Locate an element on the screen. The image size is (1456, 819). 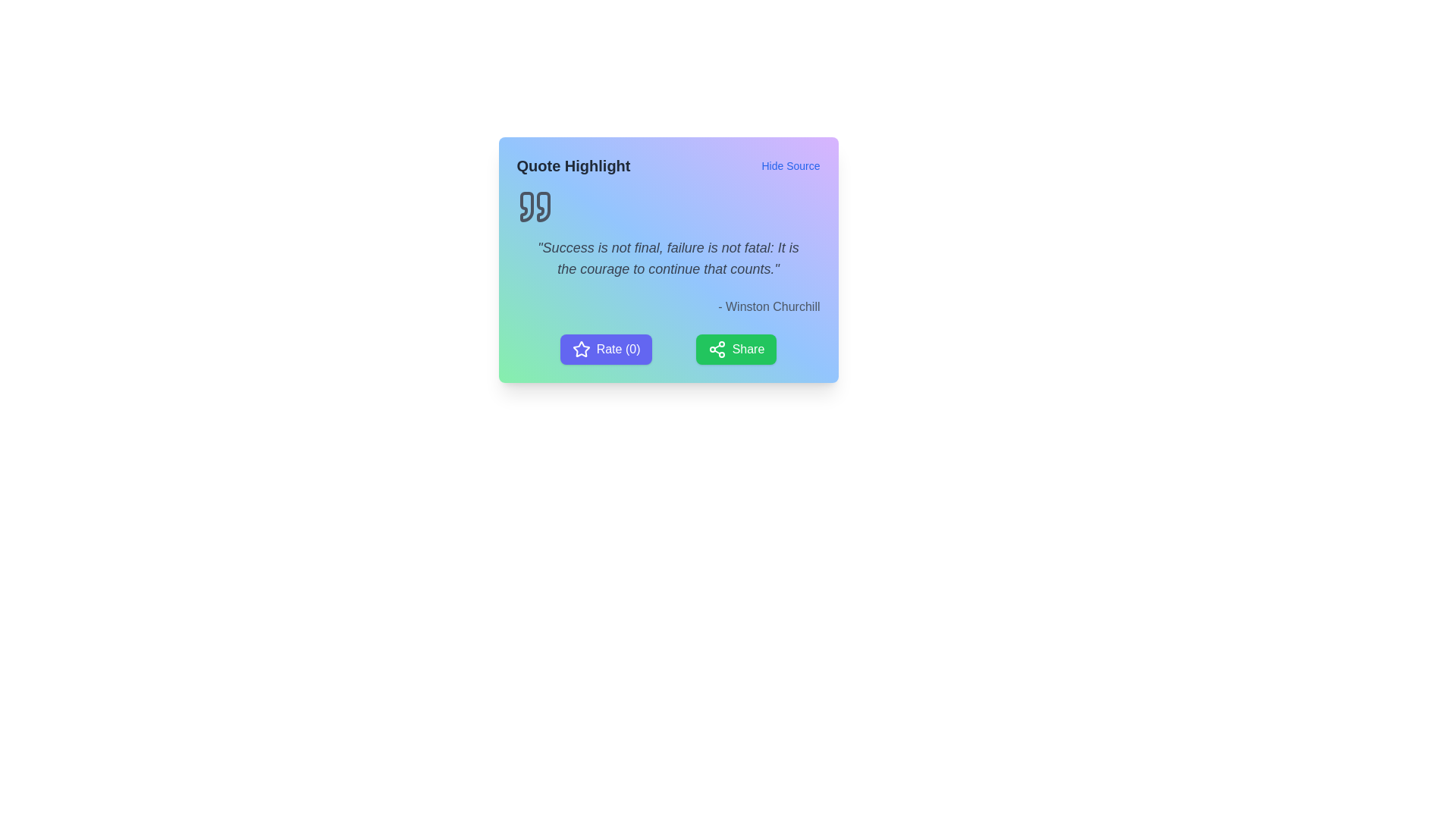
the share icon located within the green 'Share' button in the lower right section of the card interface is located at coordinates (716, 350).